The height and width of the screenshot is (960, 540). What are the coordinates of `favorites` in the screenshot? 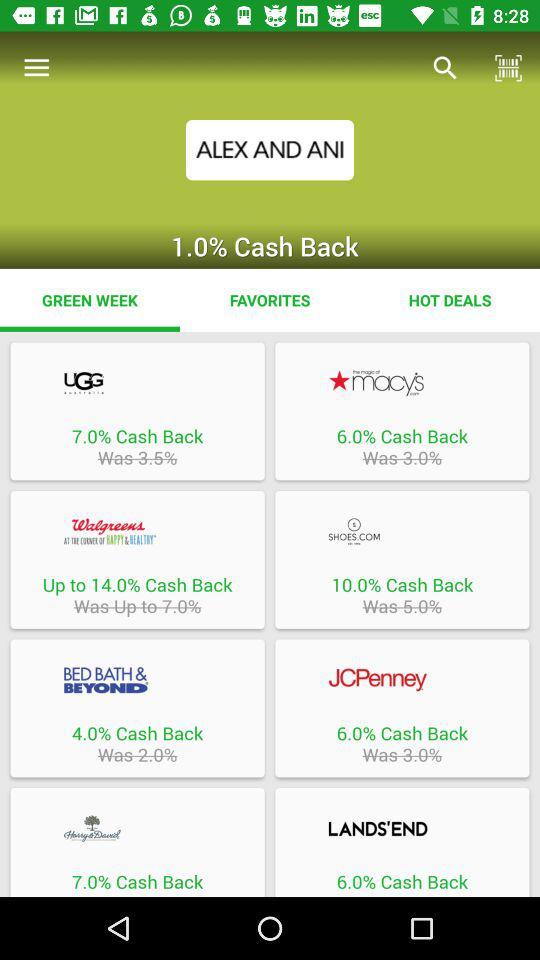 It's located at (270, 299).